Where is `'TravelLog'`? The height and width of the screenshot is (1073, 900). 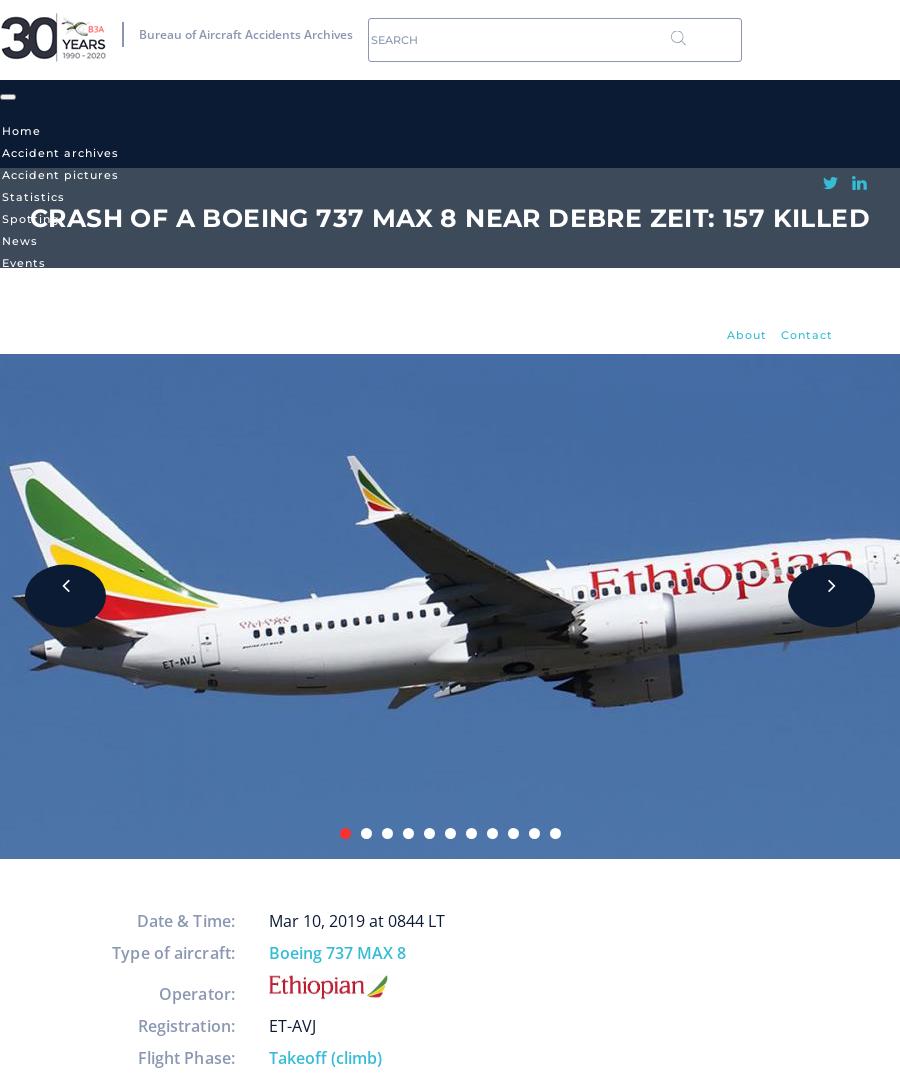 'TravelLog' is located at coordinates (33, 283).